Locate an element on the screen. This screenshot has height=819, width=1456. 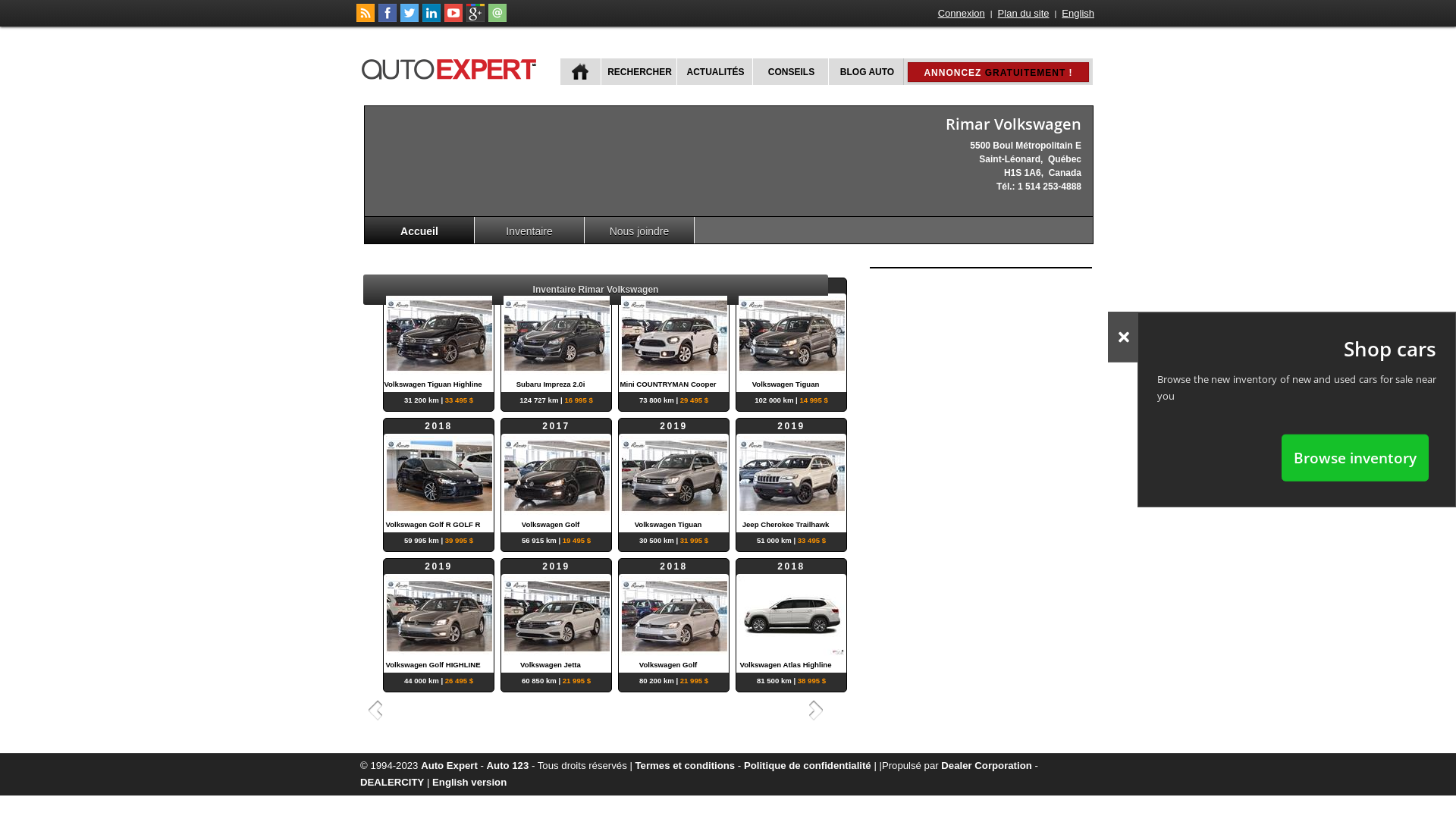
'Nous joindre' is located at coordinates (639, 230).